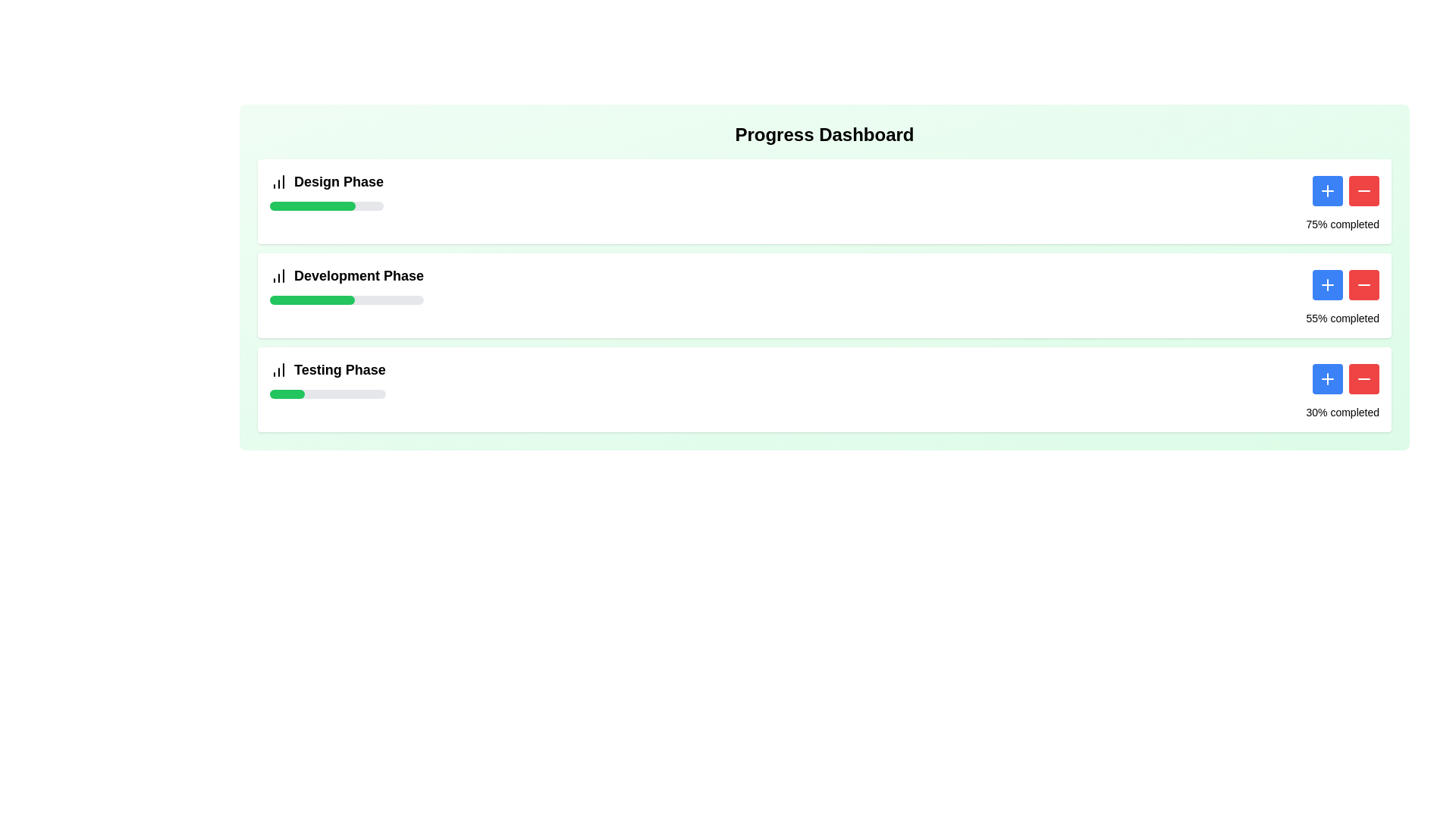 The image size is (1456, 819). What do you see at coordinates (1364, 190) in the screenshot?
I see `the red circular button with a minus symbol icon, located on the right side of the 'Design Phase' section of the dashboard, to decrement the associated value` at bounding box center [1364, 190].